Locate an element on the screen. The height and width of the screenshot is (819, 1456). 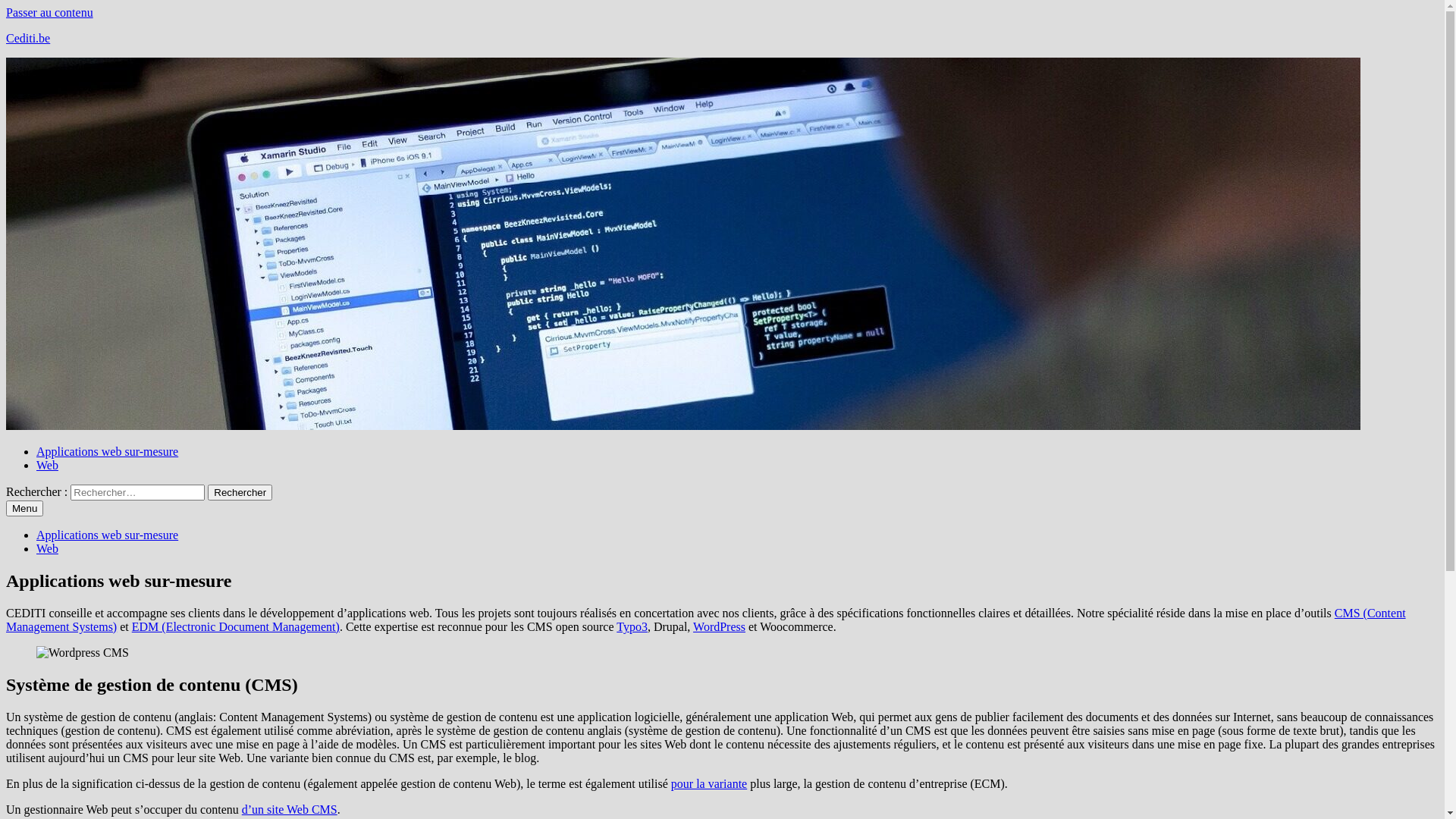
'Applications web sur-mesure' is located at coordinates (106, 534).